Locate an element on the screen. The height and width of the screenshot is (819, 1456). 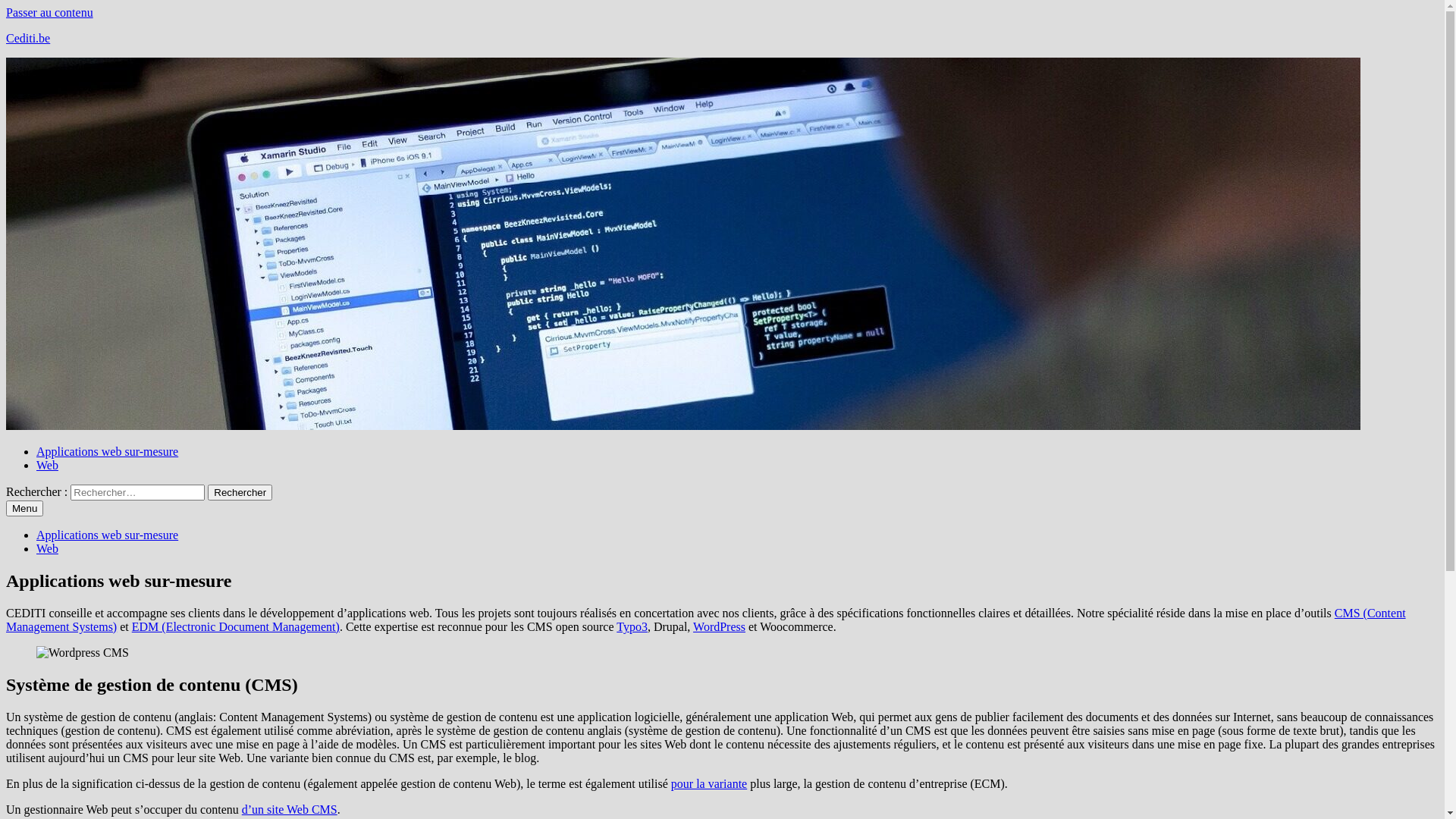
'Applications web sur-mesure' is located at coordinates (106, 534).